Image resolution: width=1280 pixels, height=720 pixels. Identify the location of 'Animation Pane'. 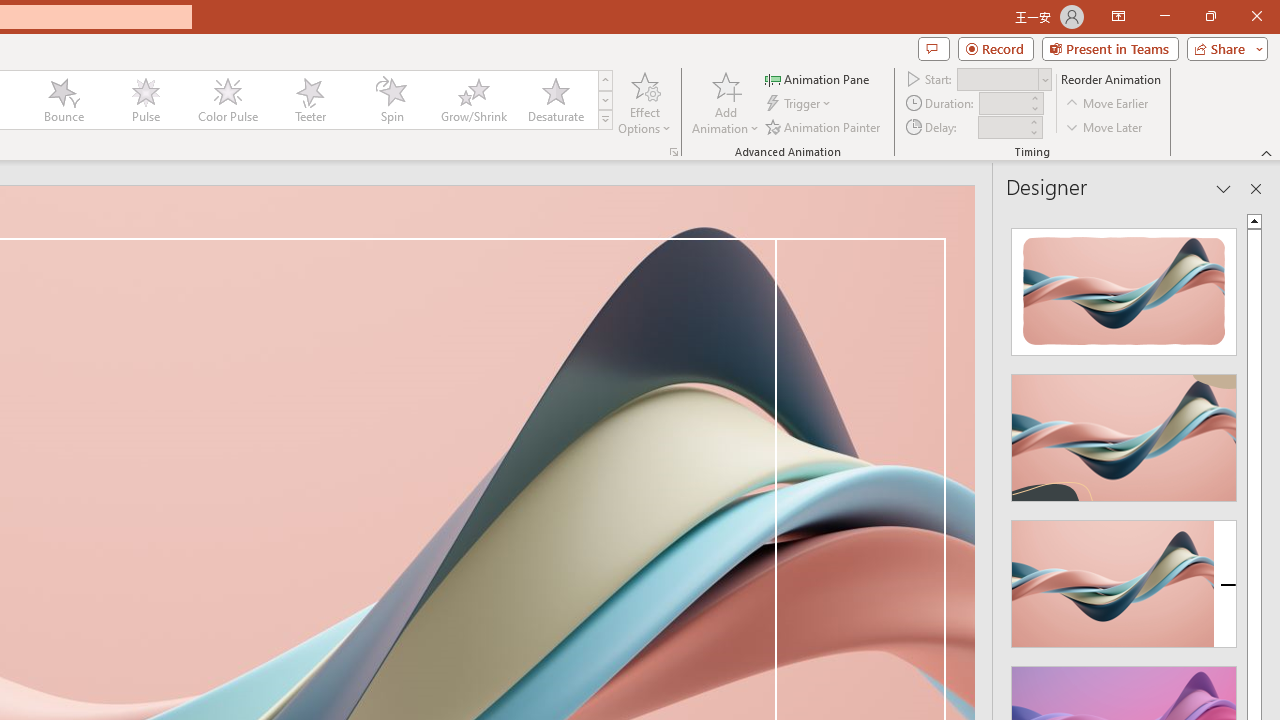
(818, 78).